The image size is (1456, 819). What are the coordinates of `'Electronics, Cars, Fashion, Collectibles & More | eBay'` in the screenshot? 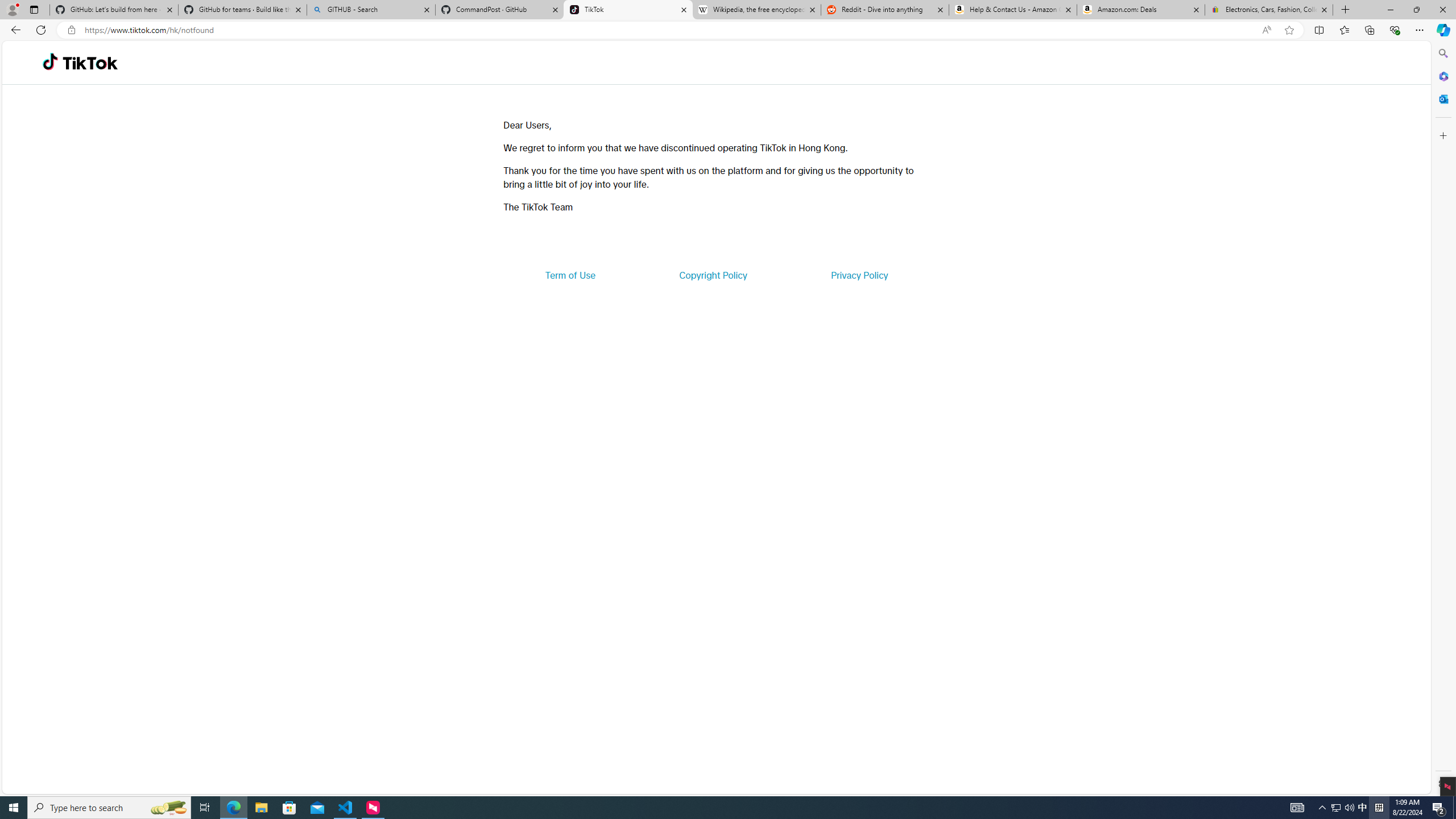 It's located at (1268, 9).